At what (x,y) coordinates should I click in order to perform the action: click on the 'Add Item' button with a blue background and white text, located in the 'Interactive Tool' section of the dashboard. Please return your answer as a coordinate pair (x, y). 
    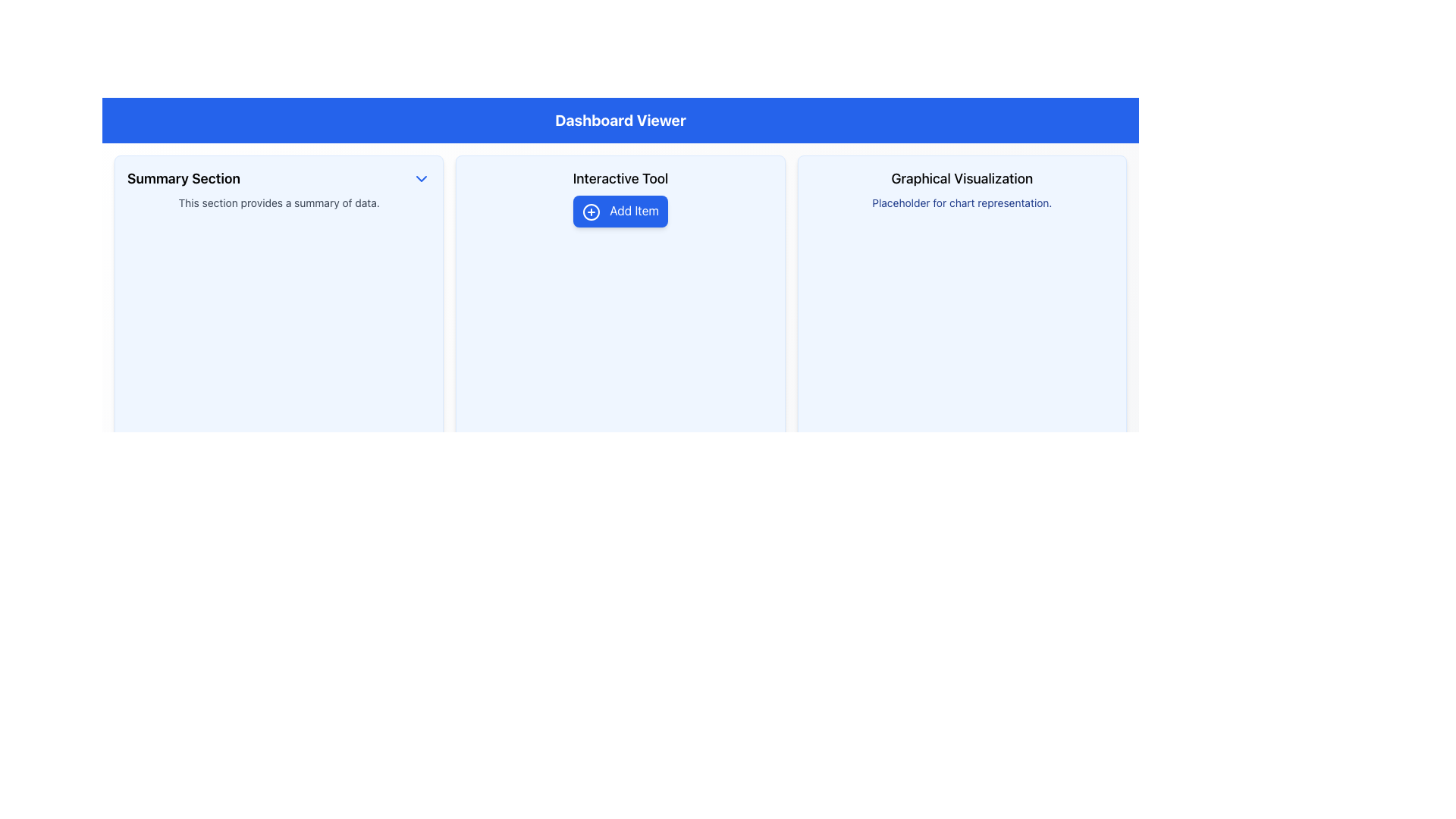
    Looking at the image, I should click on (620, 211).